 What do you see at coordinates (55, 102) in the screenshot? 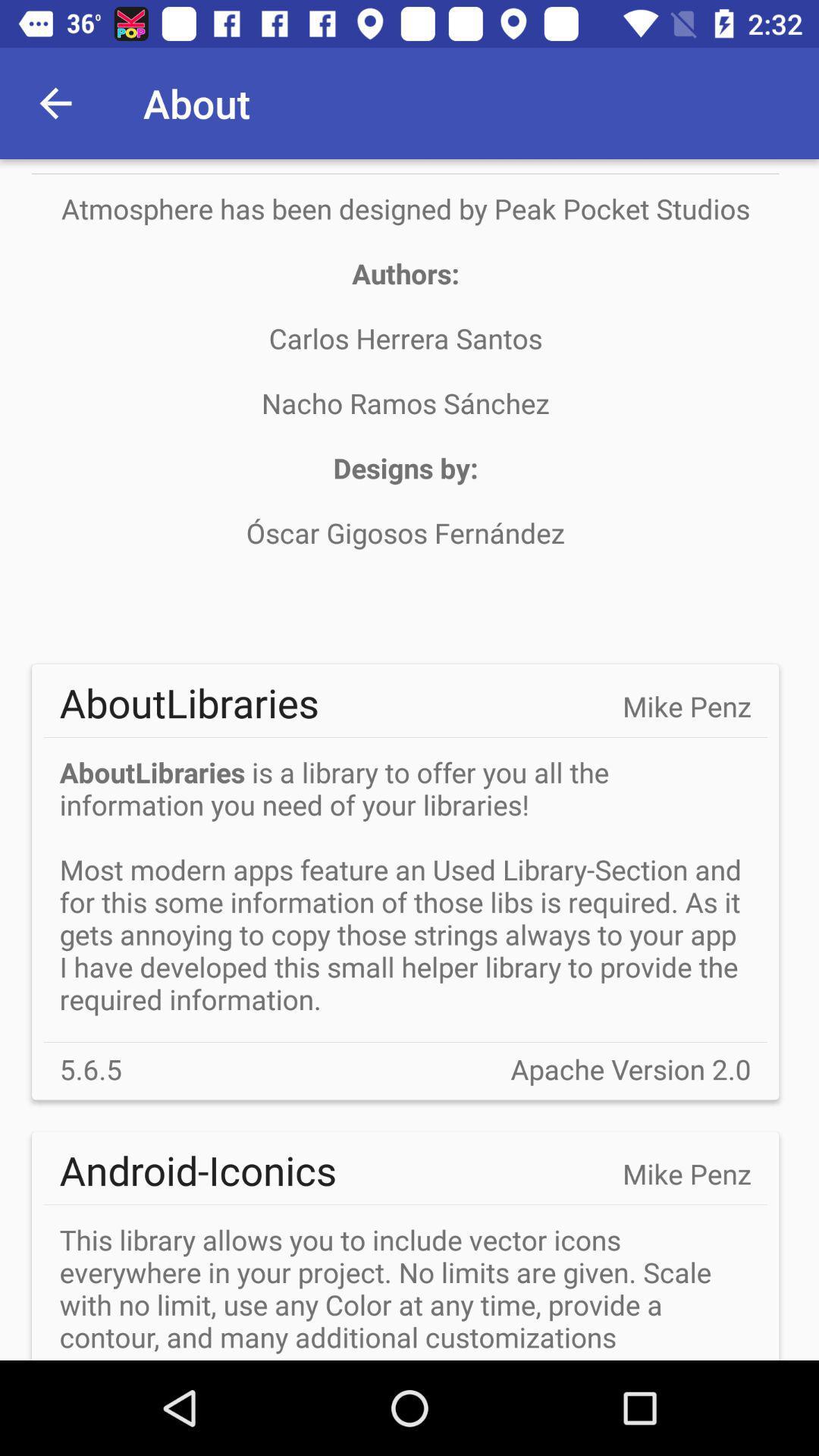
I see `app next to the about` at bounding box center [55, 102].